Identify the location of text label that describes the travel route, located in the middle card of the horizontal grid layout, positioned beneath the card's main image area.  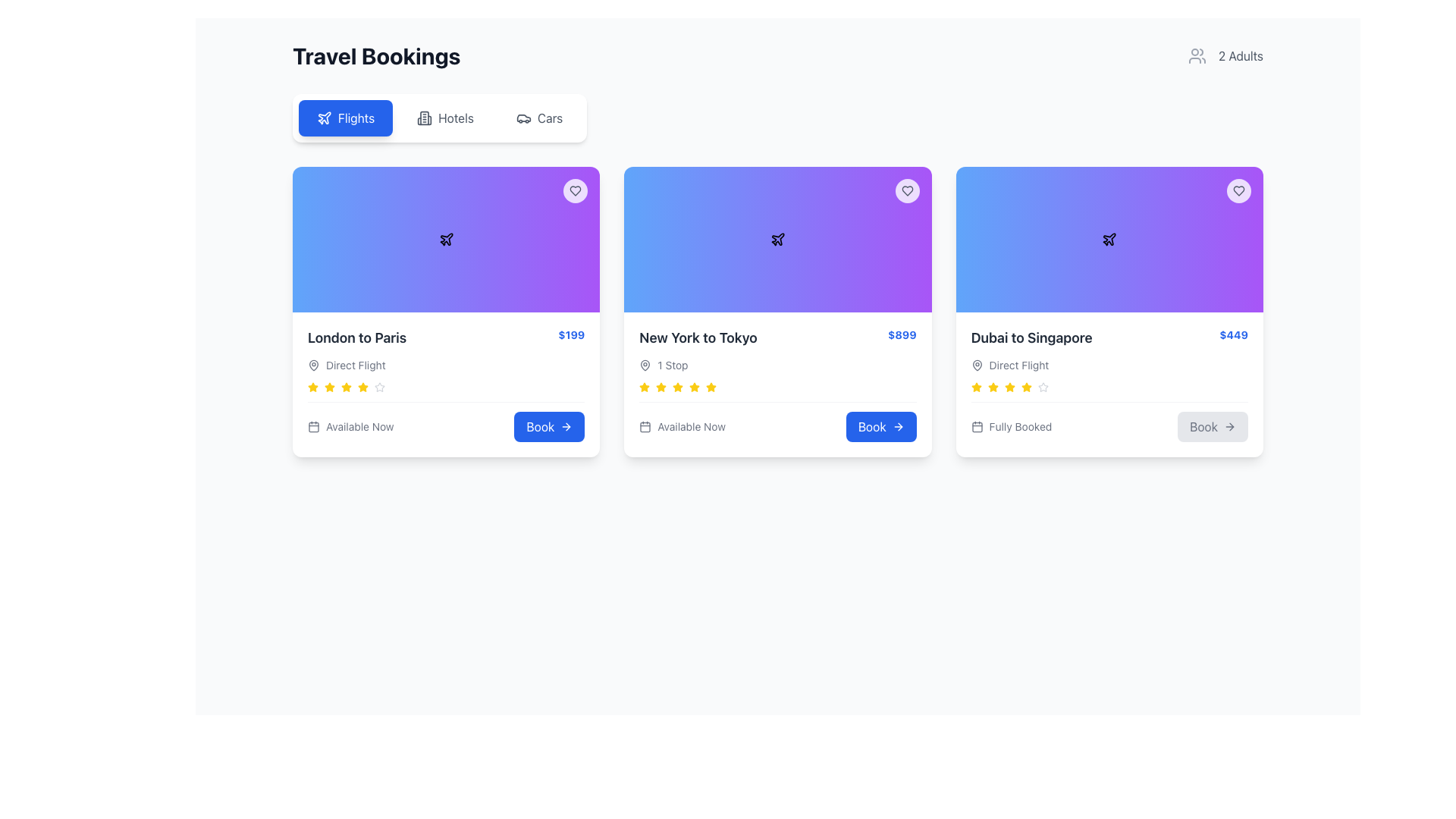
(698, 337).